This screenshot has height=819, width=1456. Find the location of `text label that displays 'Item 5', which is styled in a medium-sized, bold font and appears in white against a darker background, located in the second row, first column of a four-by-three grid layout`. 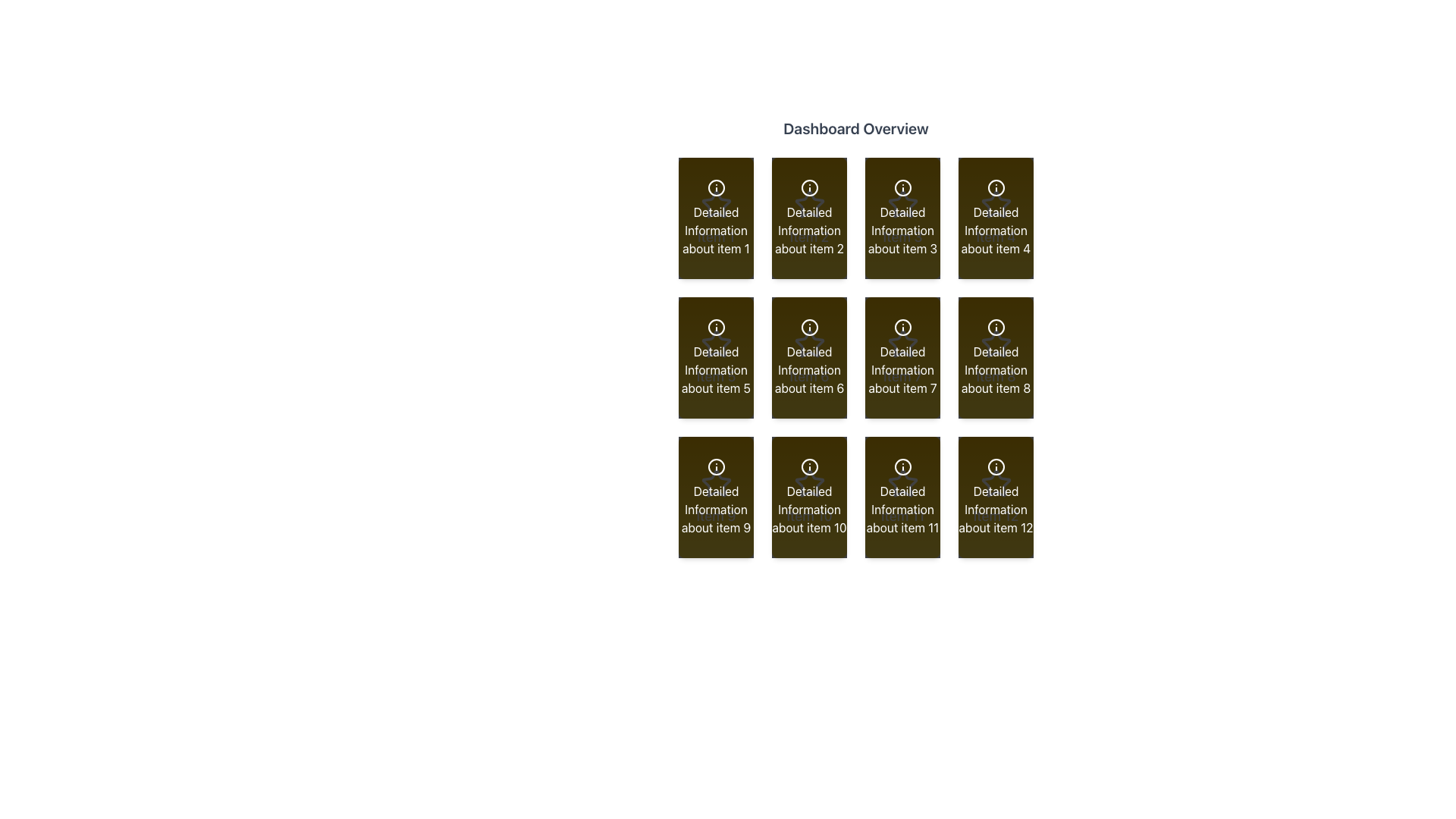

text label that displays 'Item 5', which is styled in a medium-sized, bold font and appears in white against a darker background, located in the second row, first column of a four-by-three grid layout is located at coordinates (715, 376).